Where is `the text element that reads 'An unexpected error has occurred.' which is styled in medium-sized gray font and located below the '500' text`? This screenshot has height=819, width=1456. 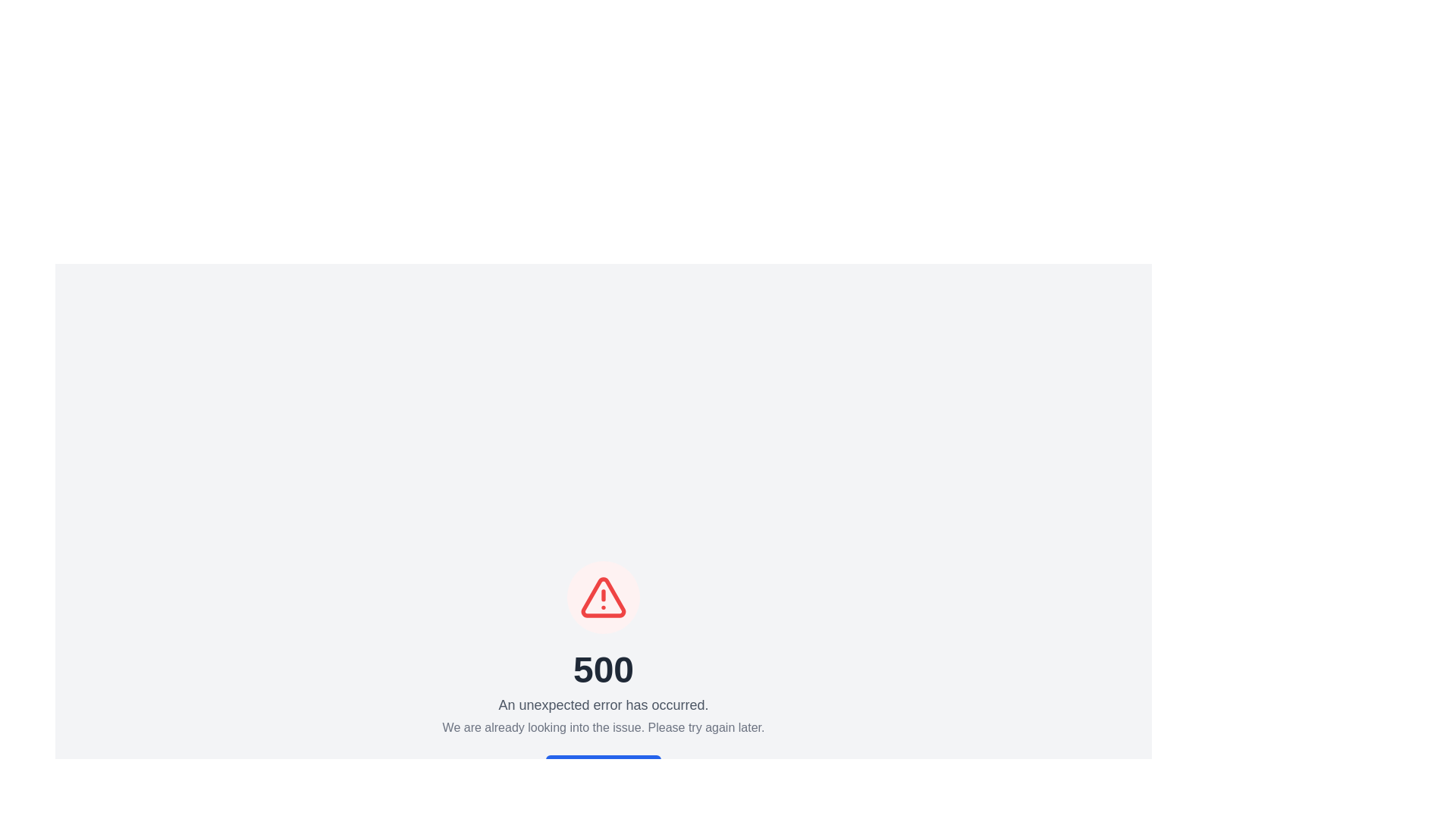 the text element that reads 'An unexpected error has occurred.' which is styled in medium-sized gray font and located below the '500' text is located at coordinates (603, 704).